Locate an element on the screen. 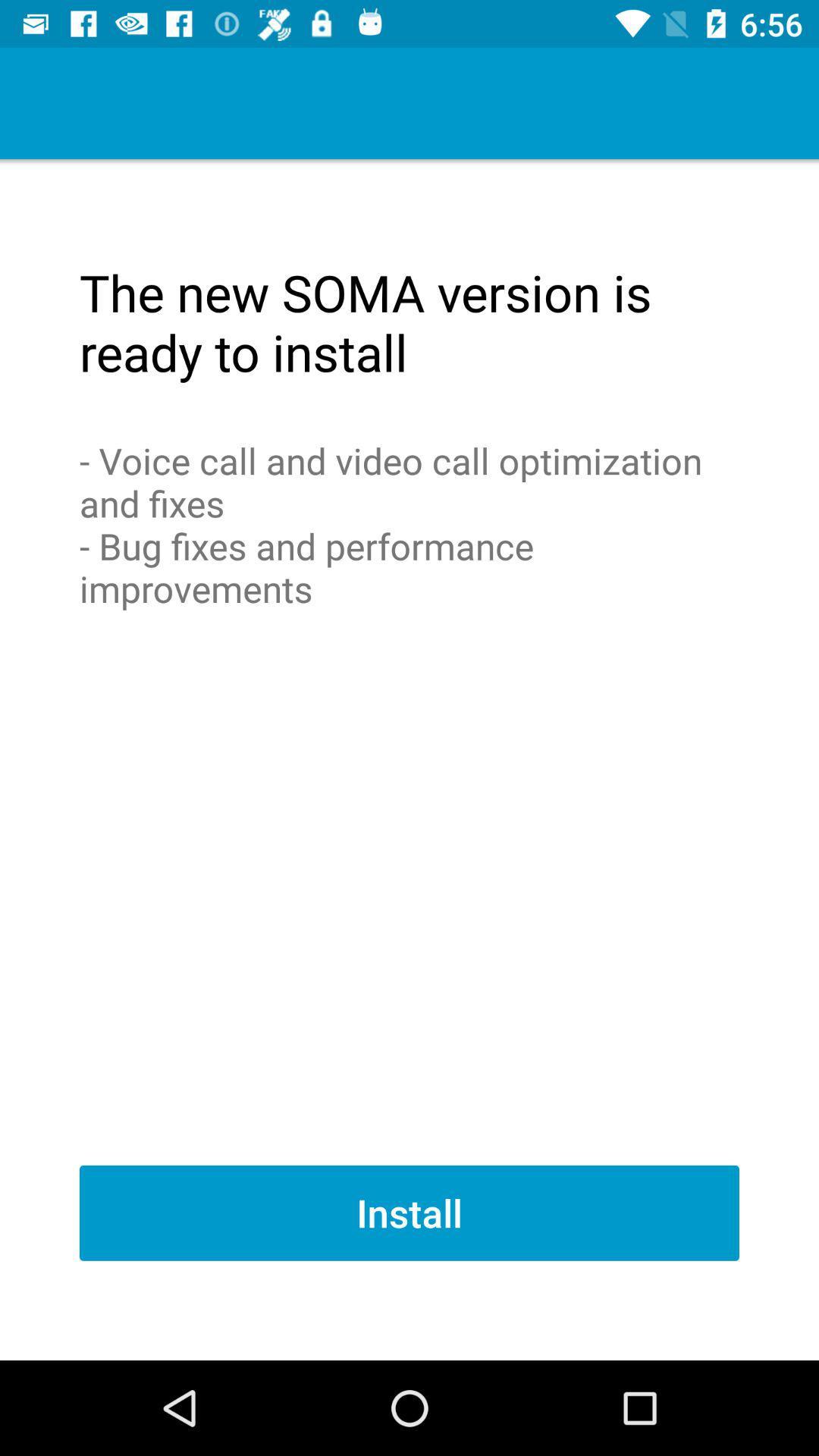 The width and height of the screenshot is (819, 1456). the voice call and icon is located at coordinates (409, 524).